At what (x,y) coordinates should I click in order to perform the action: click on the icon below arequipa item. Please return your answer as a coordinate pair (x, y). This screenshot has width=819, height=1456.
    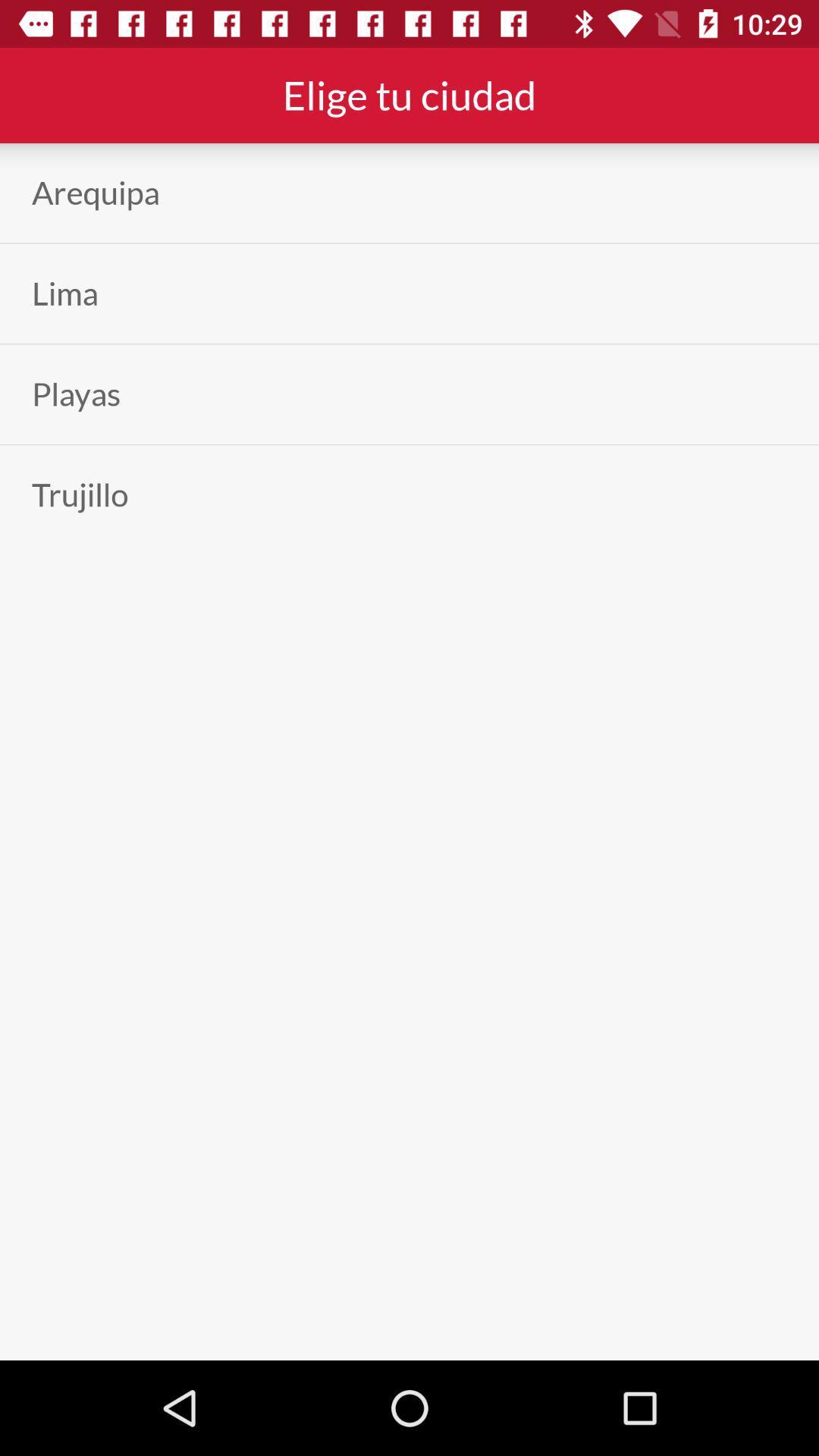
    Looking at the image, I should click on (64, 293).